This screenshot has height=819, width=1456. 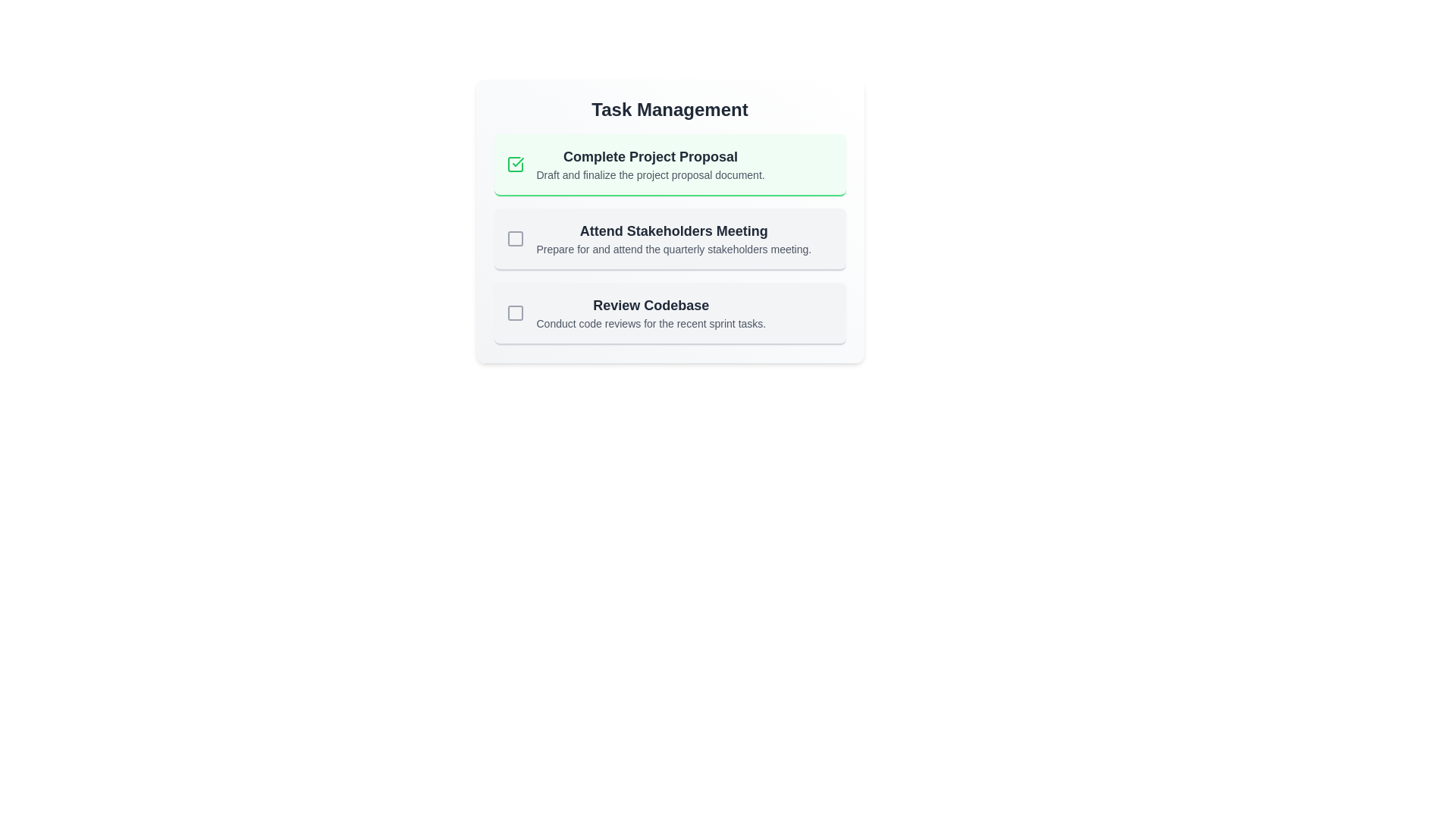 I want to click on the text label reading 'Complete Project Proposal', so click(x=651, y=157).